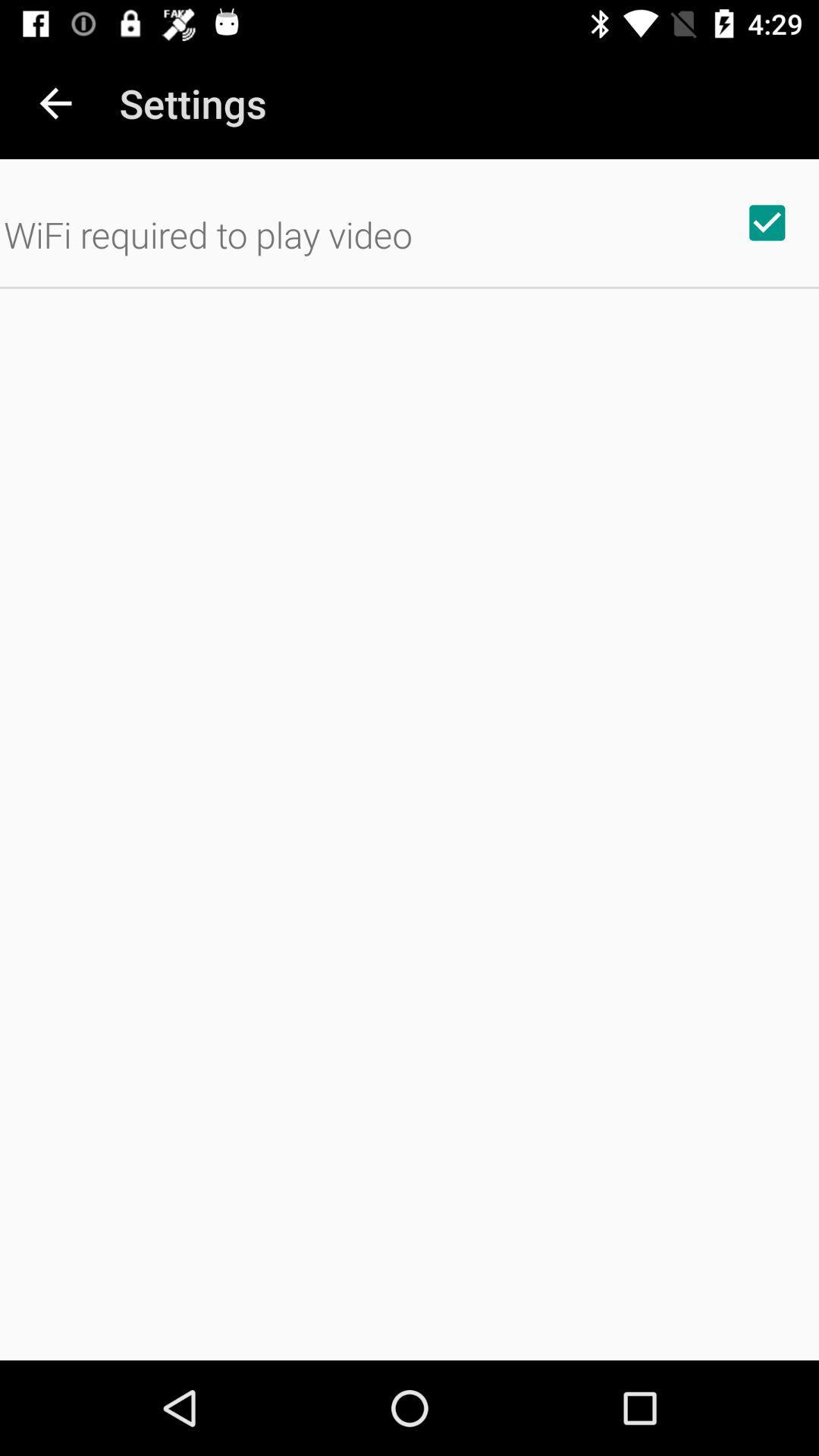  Describe the element at coordinates (55, 102) in the screenshot. I see `go back` at that location.